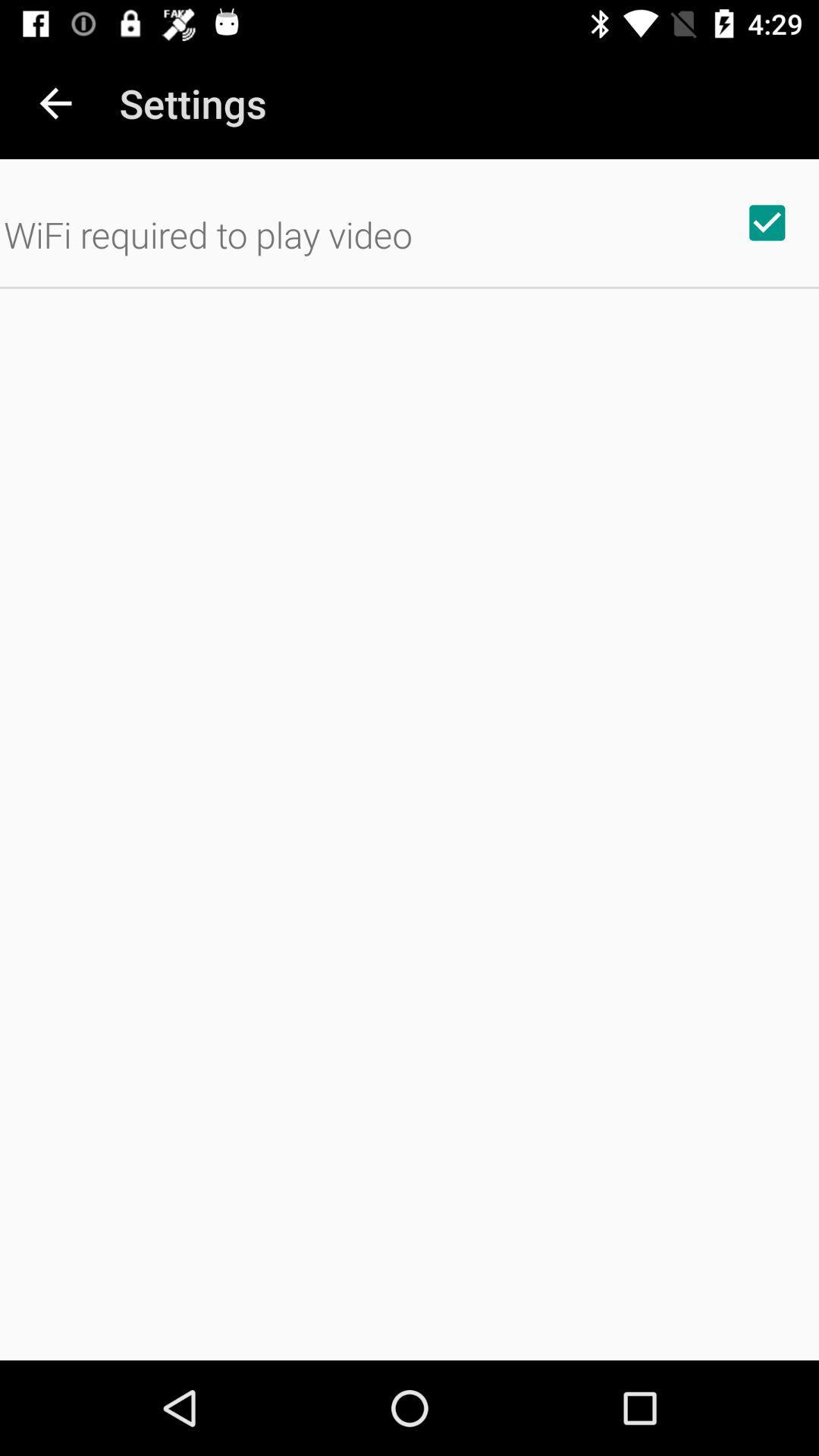  Describe the element at coordinates (55, 102) in the screenshot. I see `go back` at that location.